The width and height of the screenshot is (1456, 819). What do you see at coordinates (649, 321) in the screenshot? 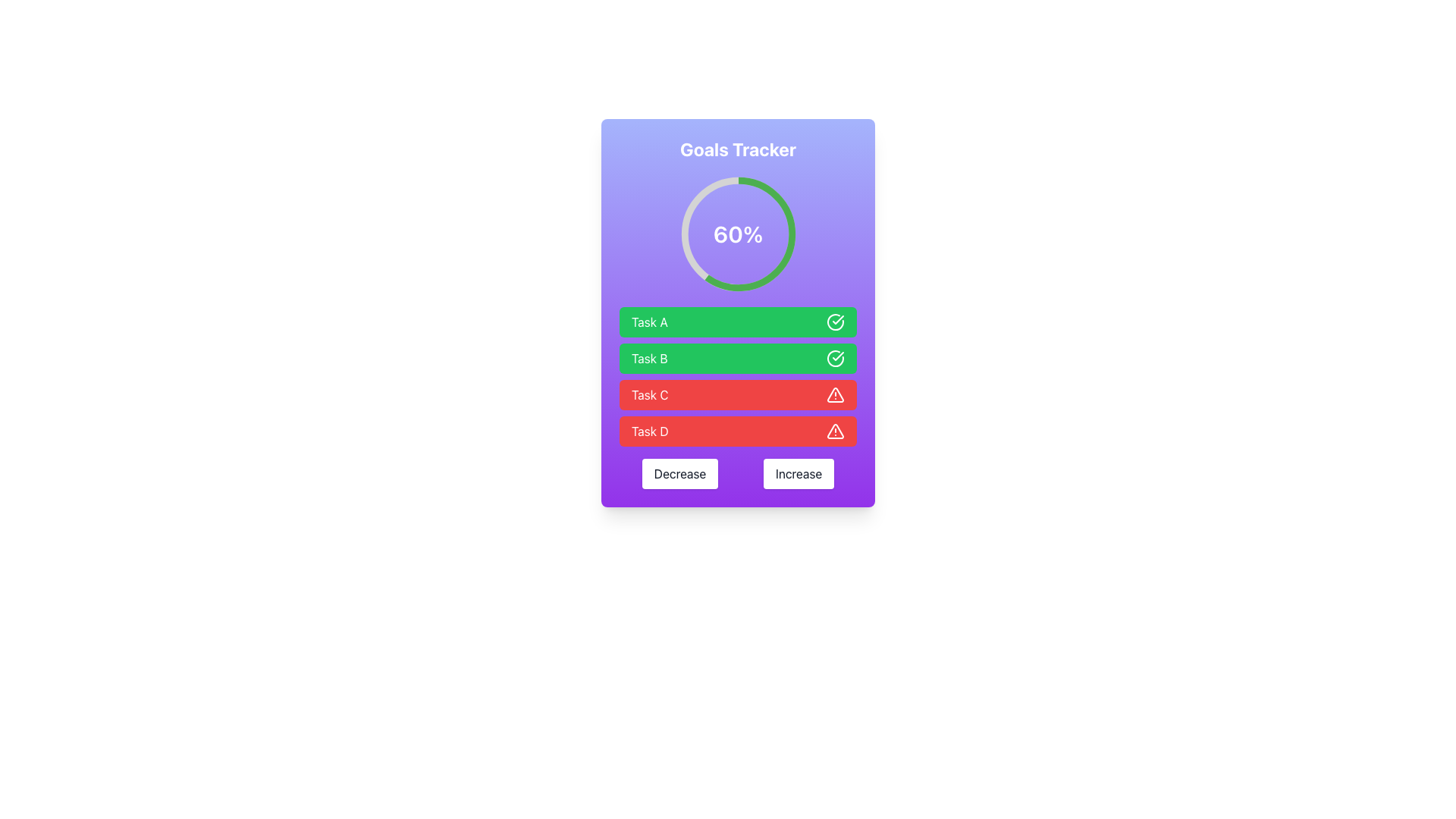
I see `the 'Task A' text label in the Goals Tracker panel, which is the first item in the vertical list of task labels` at bounding box center [649, 321].